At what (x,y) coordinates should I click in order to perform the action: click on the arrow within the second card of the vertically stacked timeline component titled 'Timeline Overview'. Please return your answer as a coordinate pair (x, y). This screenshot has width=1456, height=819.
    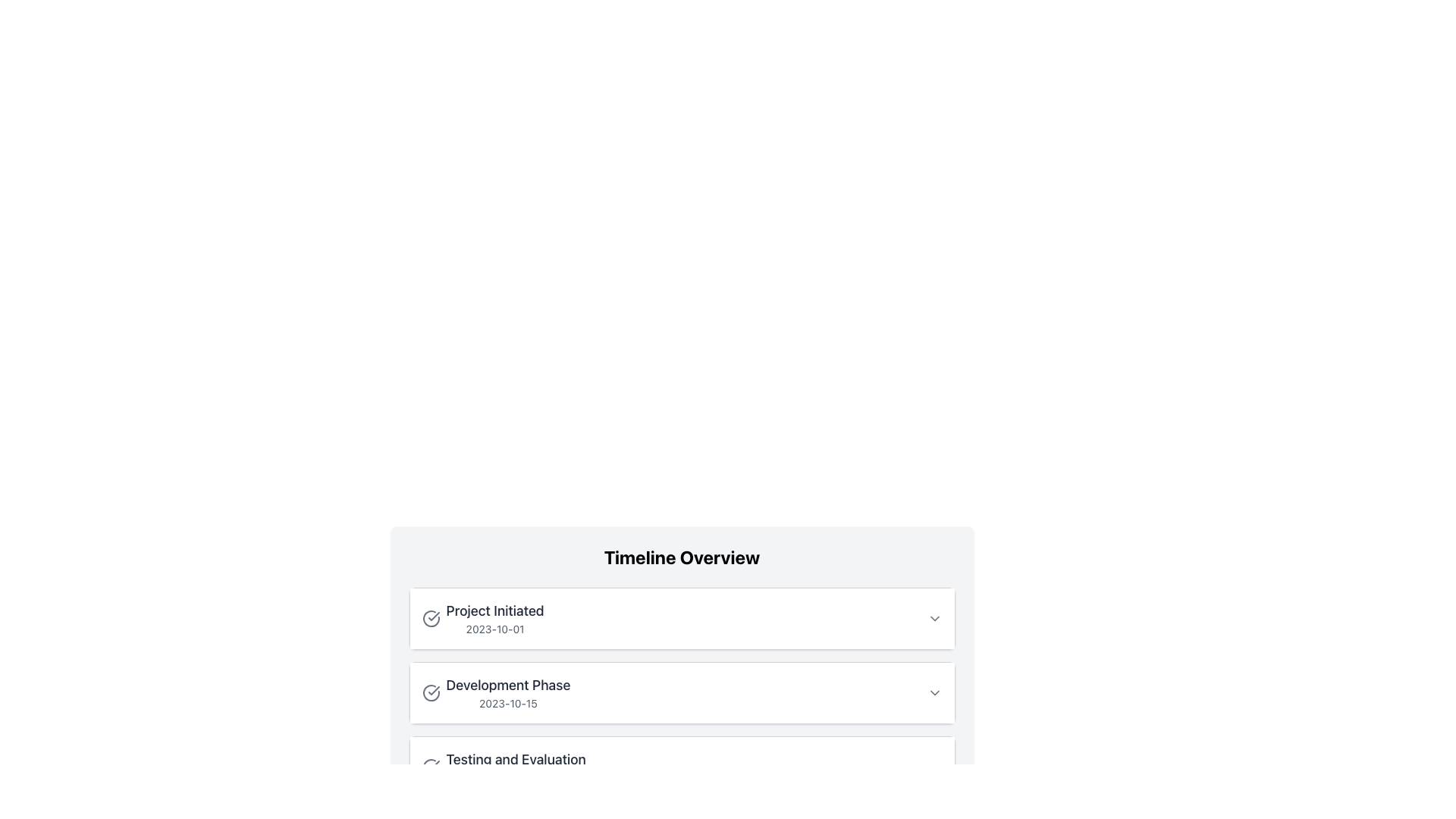
    Looking at the image, I should click on (681, 671).